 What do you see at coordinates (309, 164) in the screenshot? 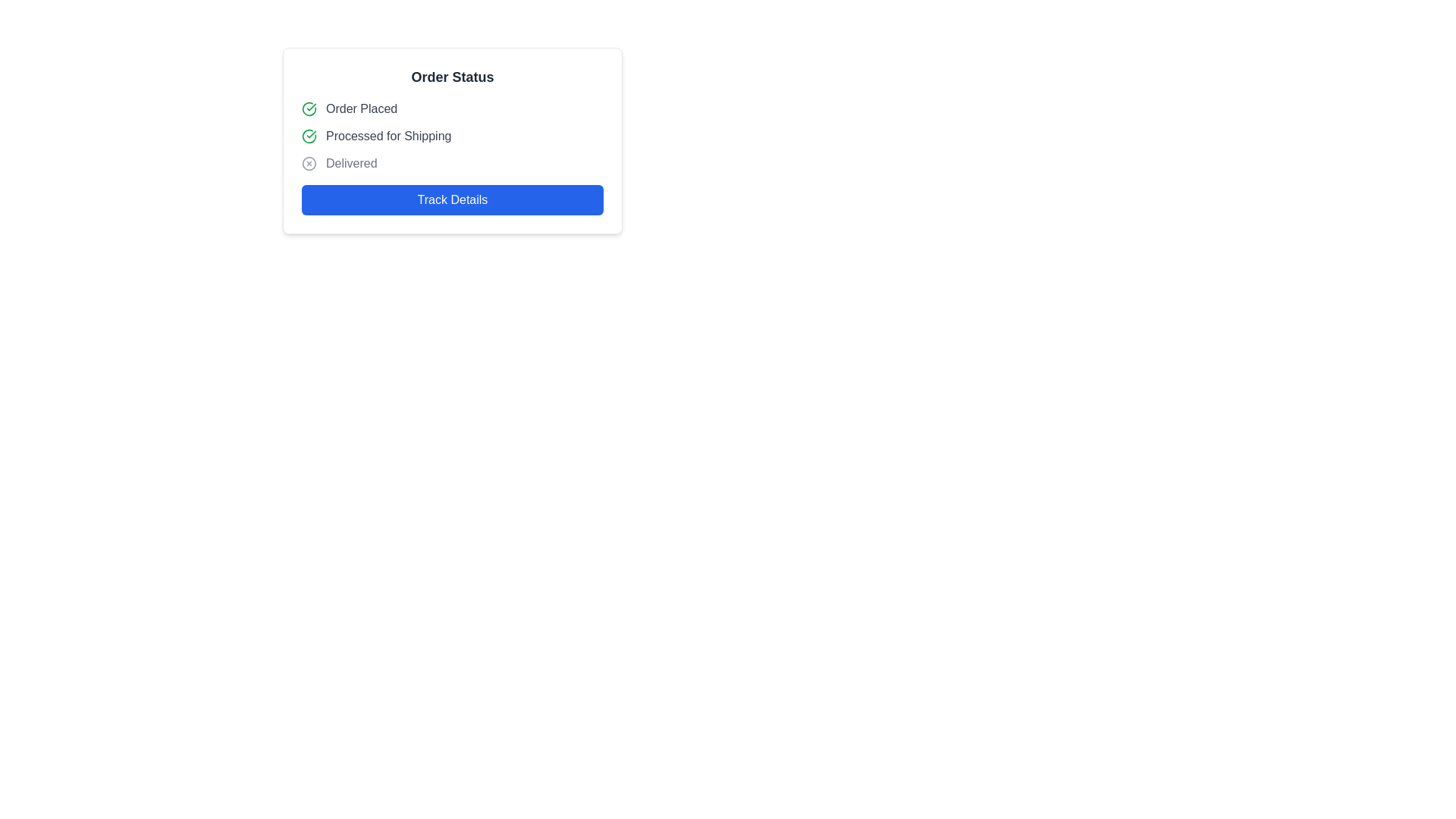
I see `the third icon in the vertical sequence within the 'Order Status' section that indicates an event marked as inactive or failed for 'Delivered' status` at bounding box center [309, 164].